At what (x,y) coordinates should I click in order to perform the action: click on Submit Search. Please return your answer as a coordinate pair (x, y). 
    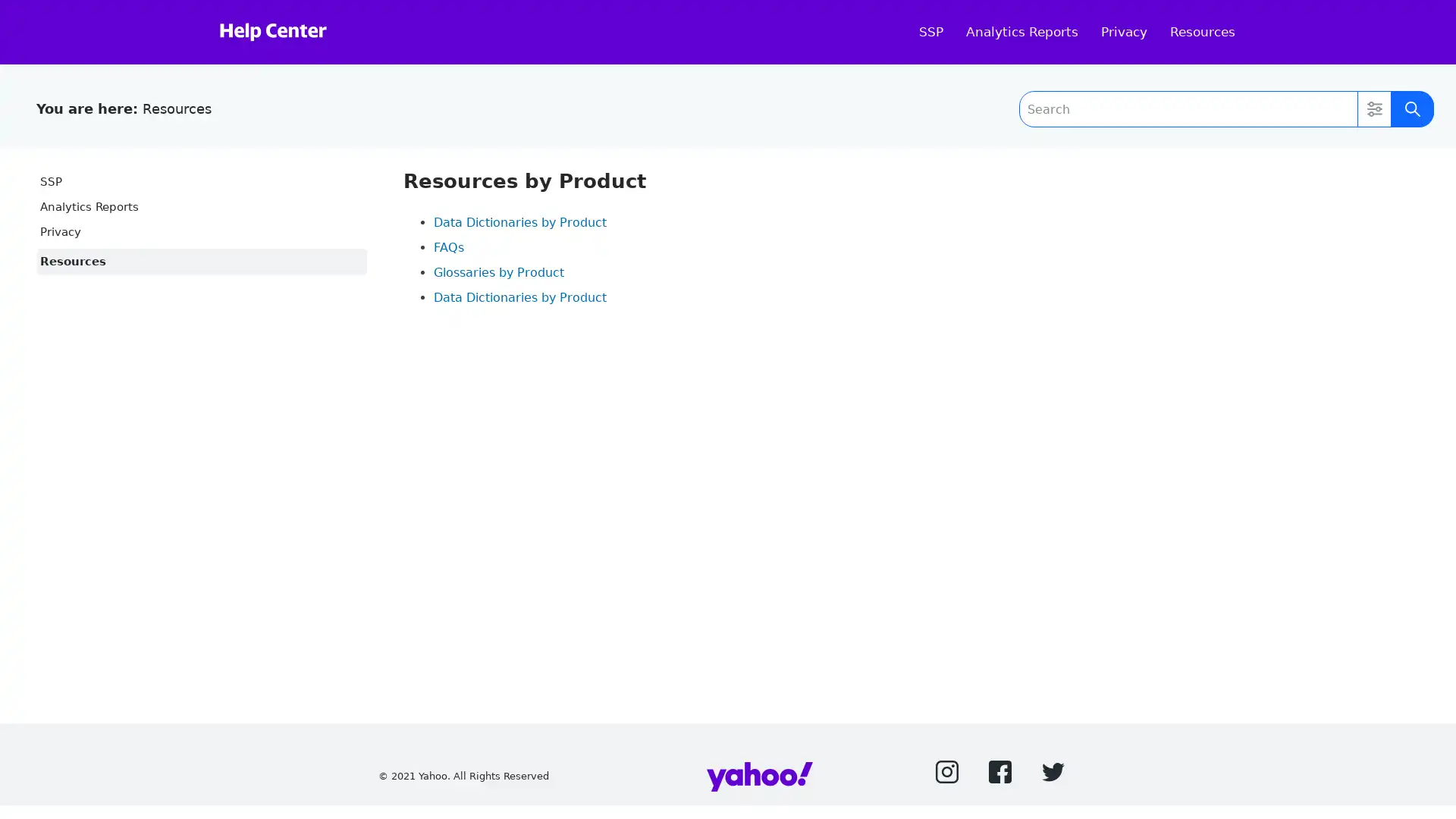
    Looking at the image, I should click on (1411, 108).